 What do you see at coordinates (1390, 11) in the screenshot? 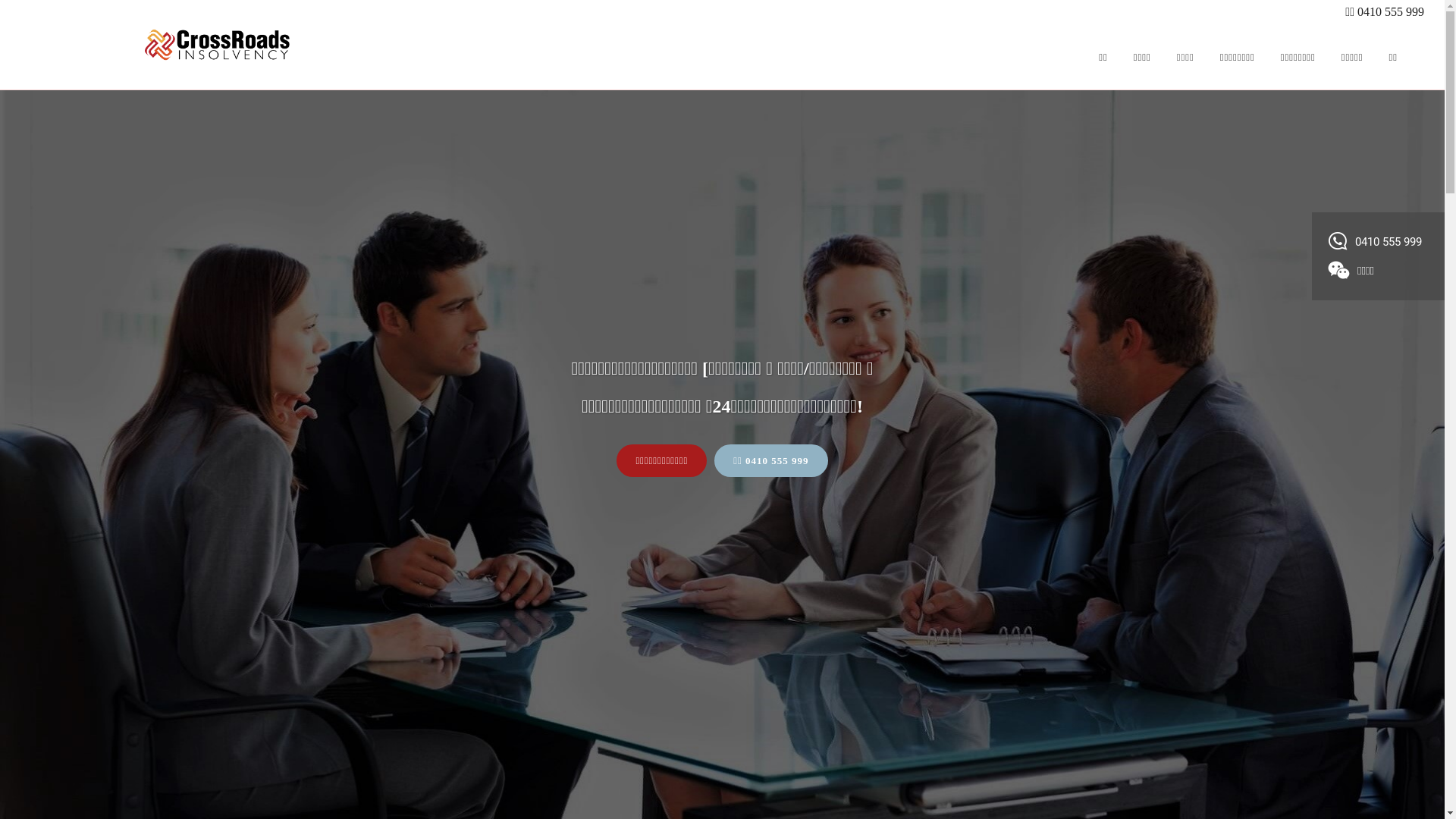
I see `'0410 555 999'` at bounding box center [1390, 11].